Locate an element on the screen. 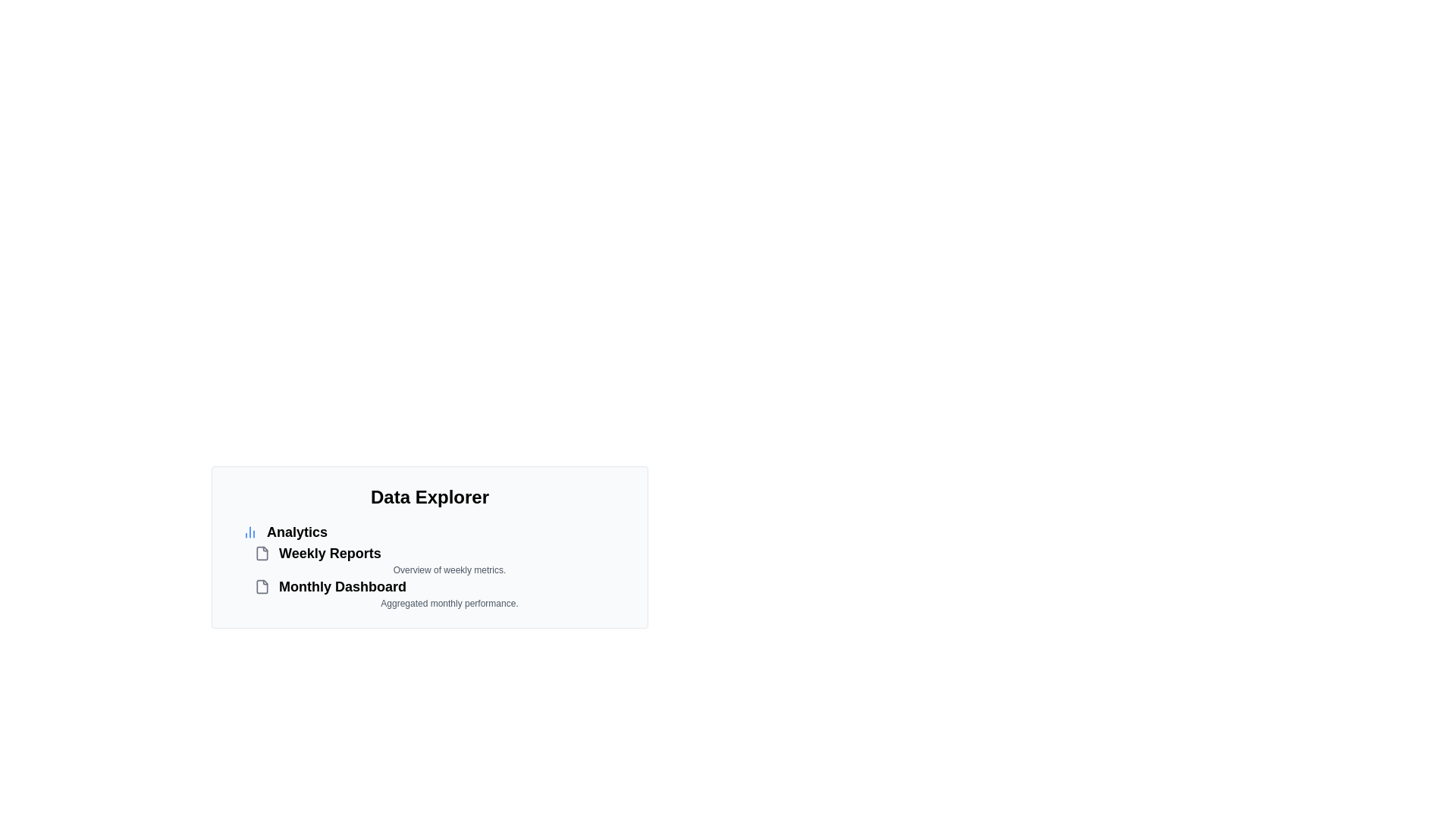 This screenshot has width=1456, height=819. the static text label reading 'Overview of weekly metrics.' located below the title 'Weekly Reports' in the Analytics menu is located at coordinates (449, 570).